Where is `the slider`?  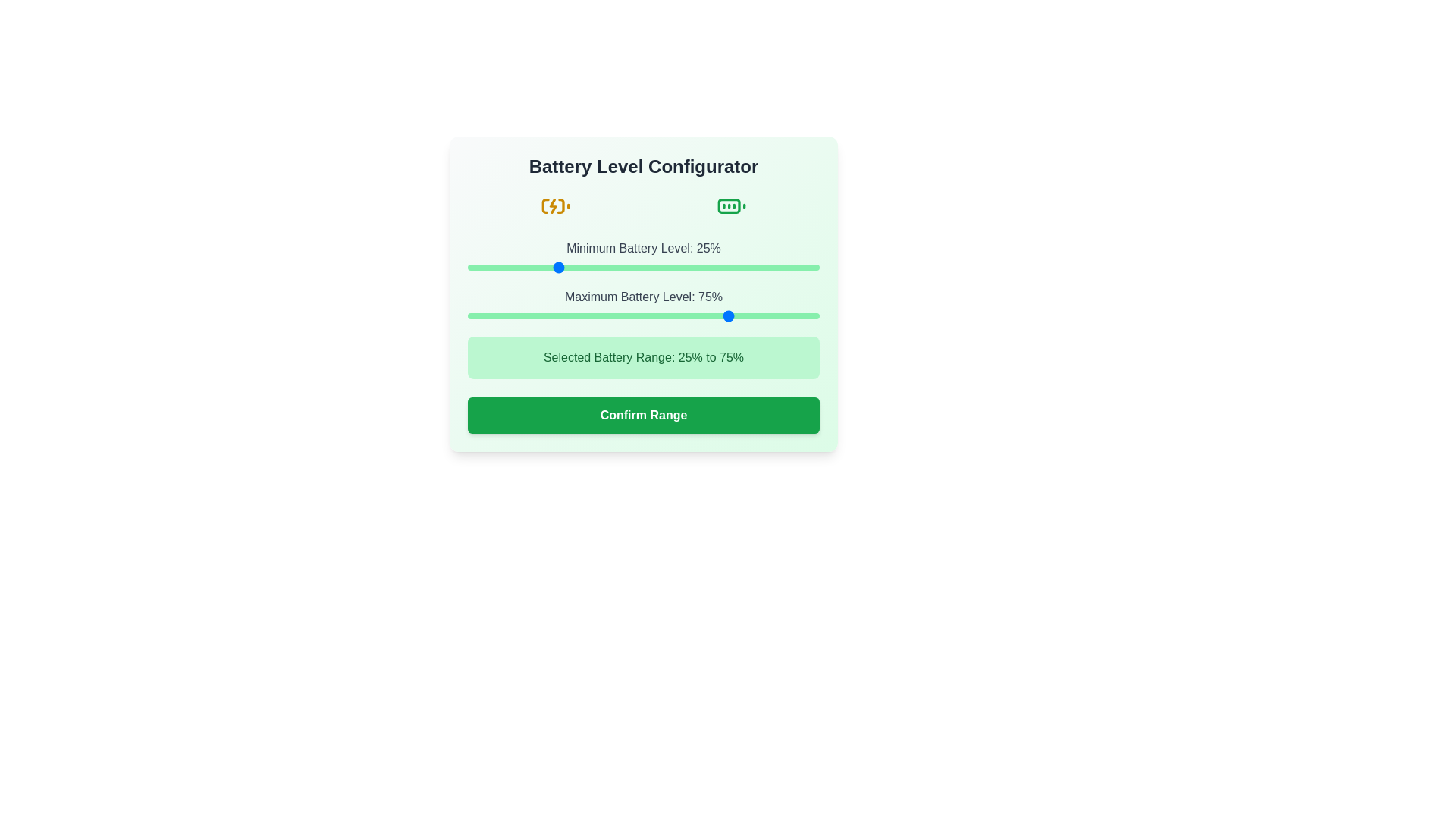
the slider is located at coordinates (745, 315).